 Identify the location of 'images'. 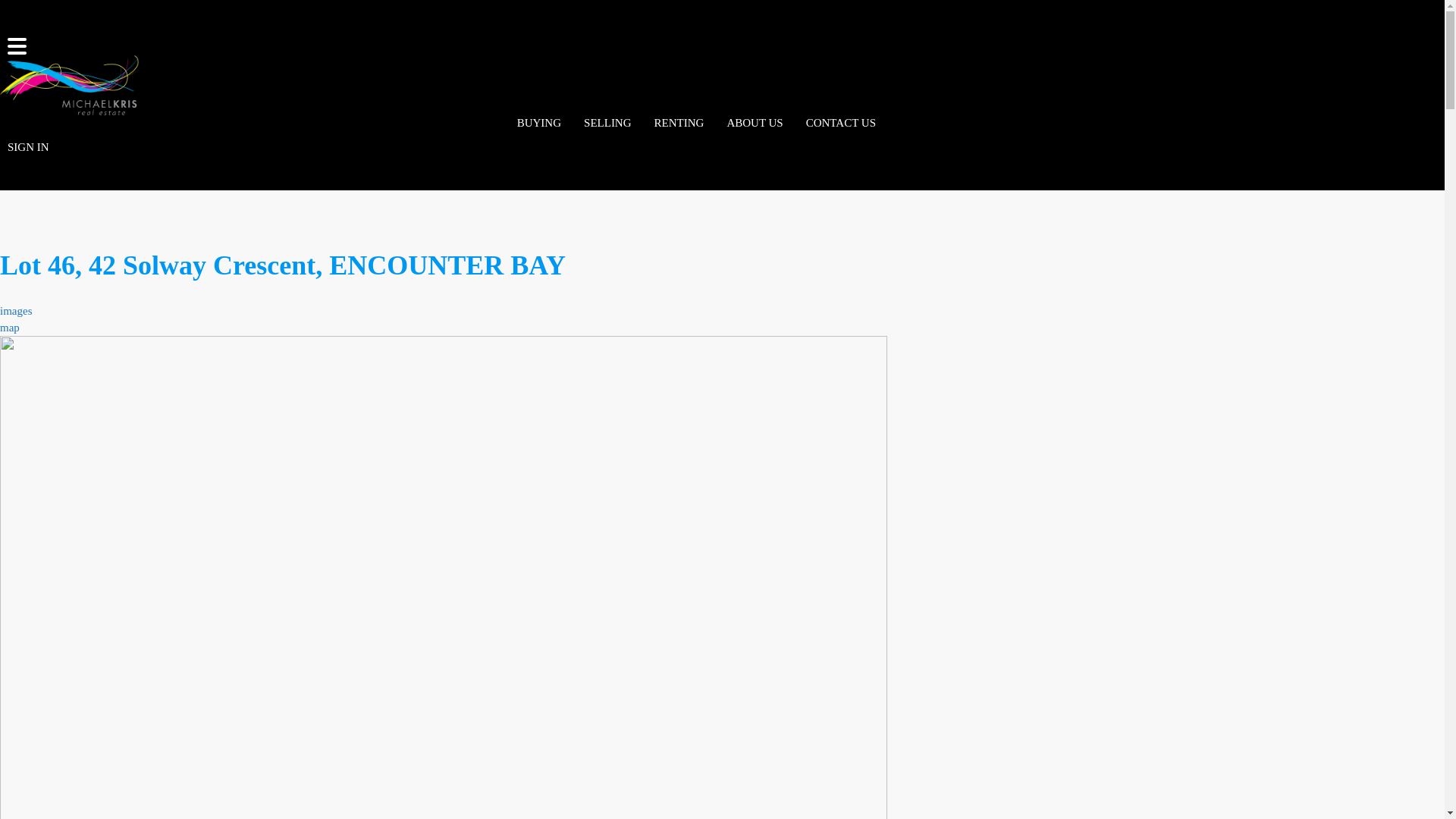
(16, 309).